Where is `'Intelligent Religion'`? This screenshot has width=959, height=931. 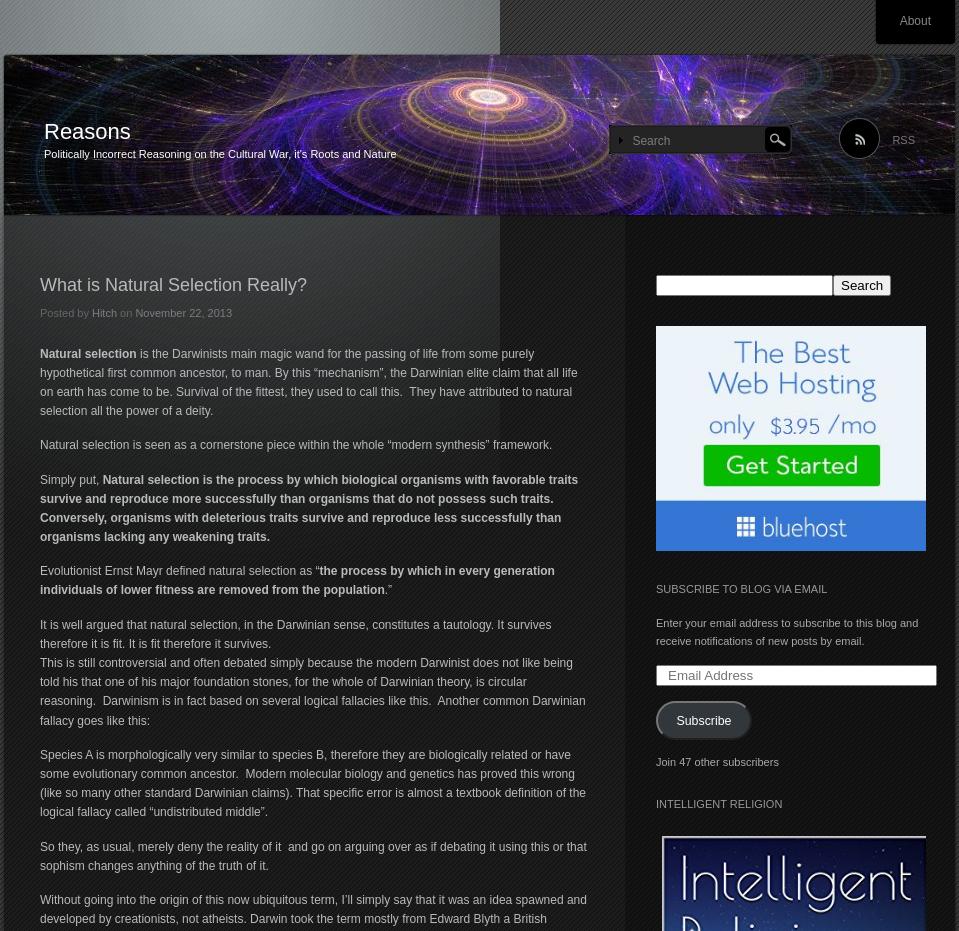 'Intelligent Religion' is located at coordinates (717, 803).